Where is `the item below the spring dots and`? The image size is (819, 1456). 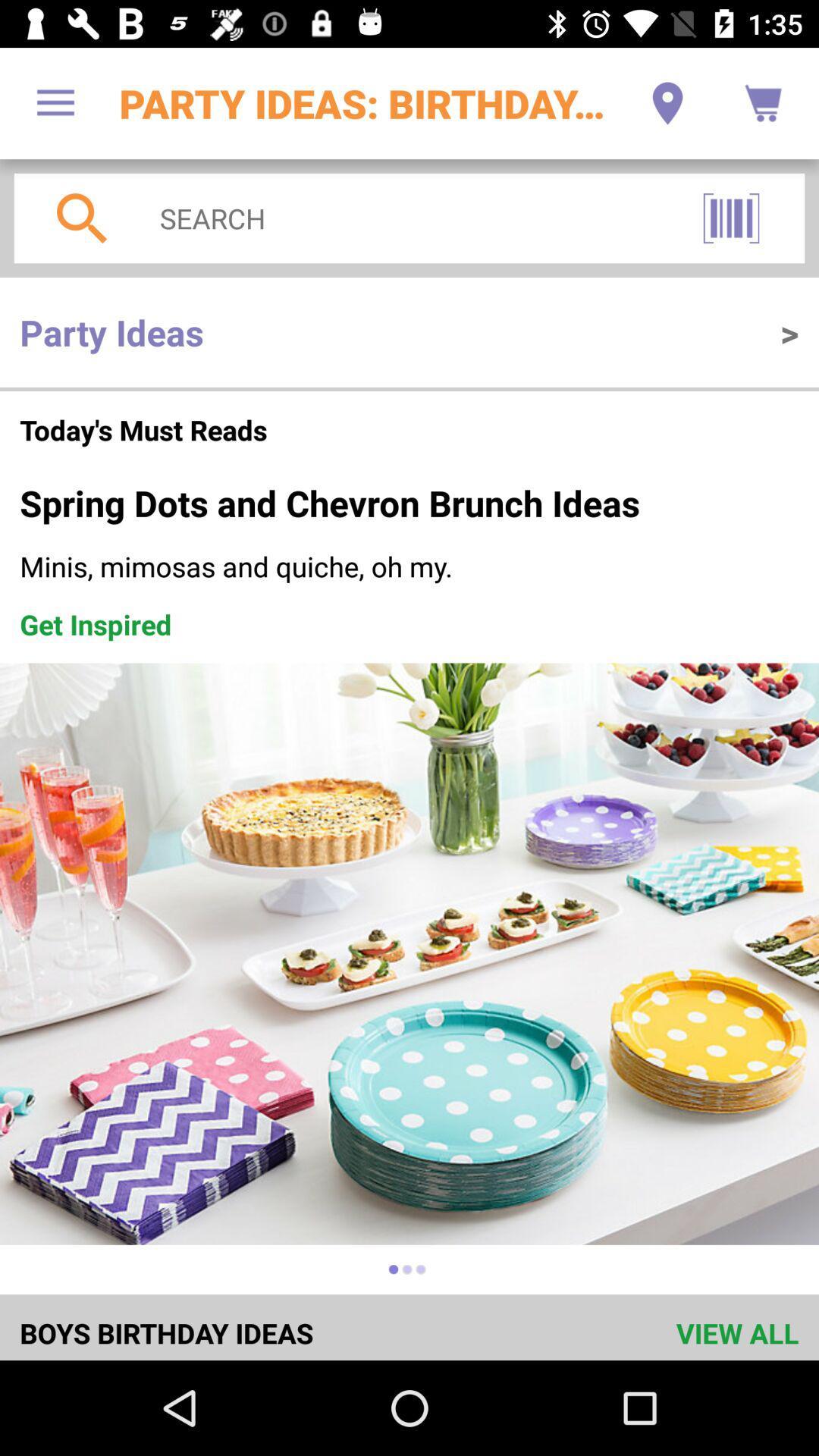
the item below the spring dots and is located at coordinates (409, 566).